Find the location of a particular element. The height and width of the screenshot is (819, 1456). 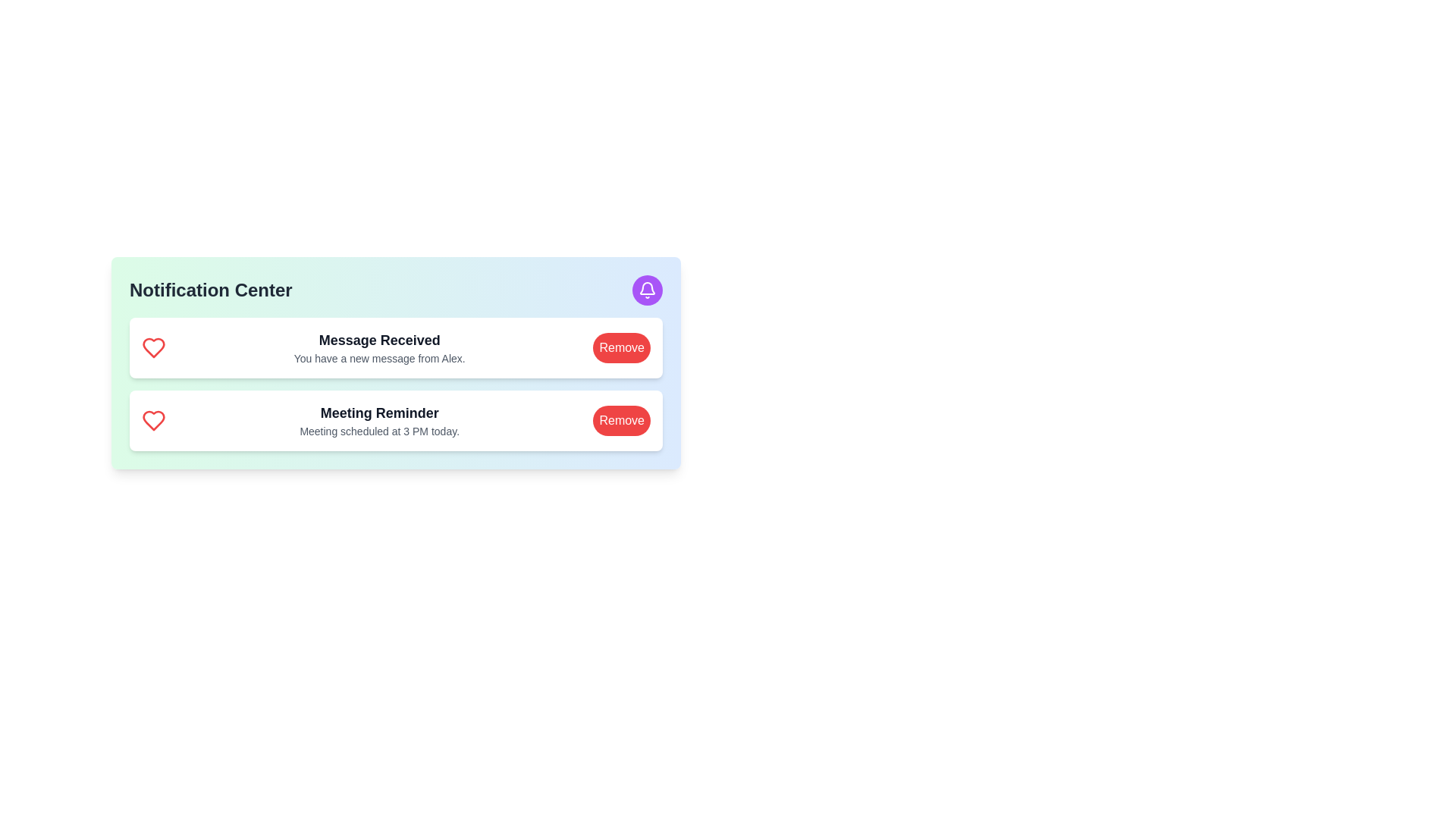

the Text label that serves as the title for the notification content, located in the second notification block above the text 'Meeting scheduled at 3 PM today.' is located at coordinates (379, 413).